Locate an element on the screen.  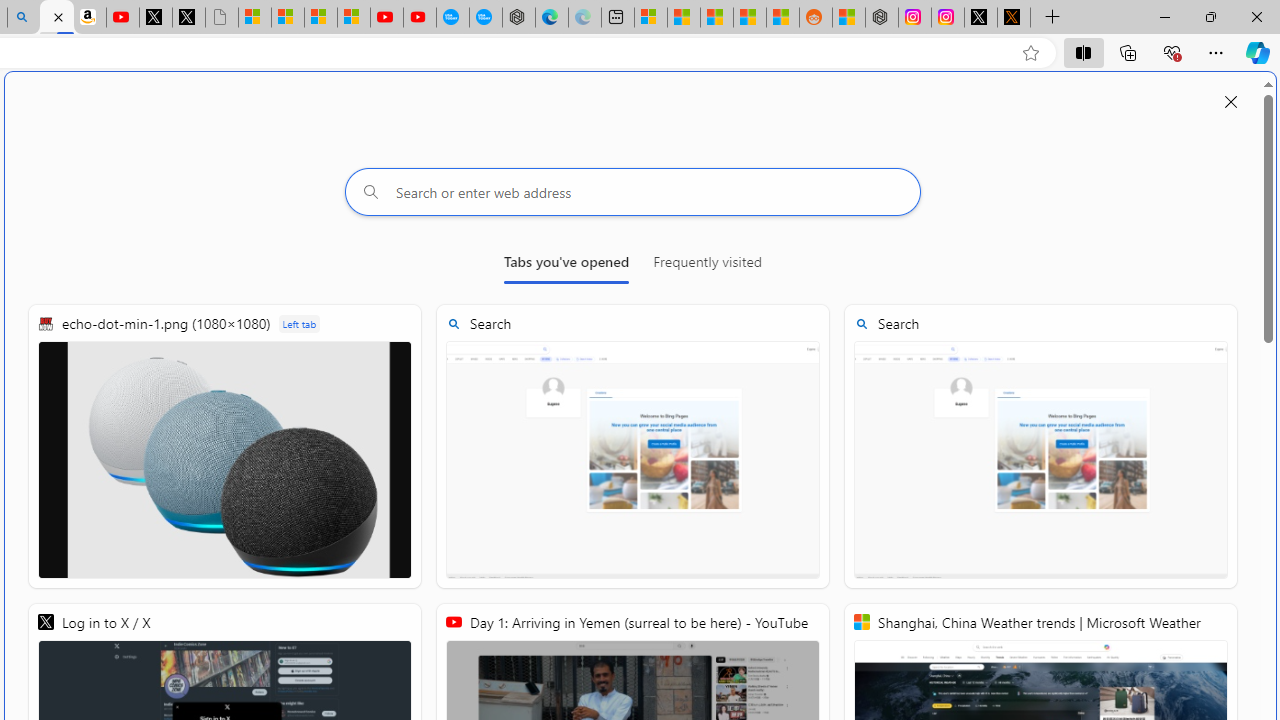
'Close tab' is located at coordinates (58, 17).